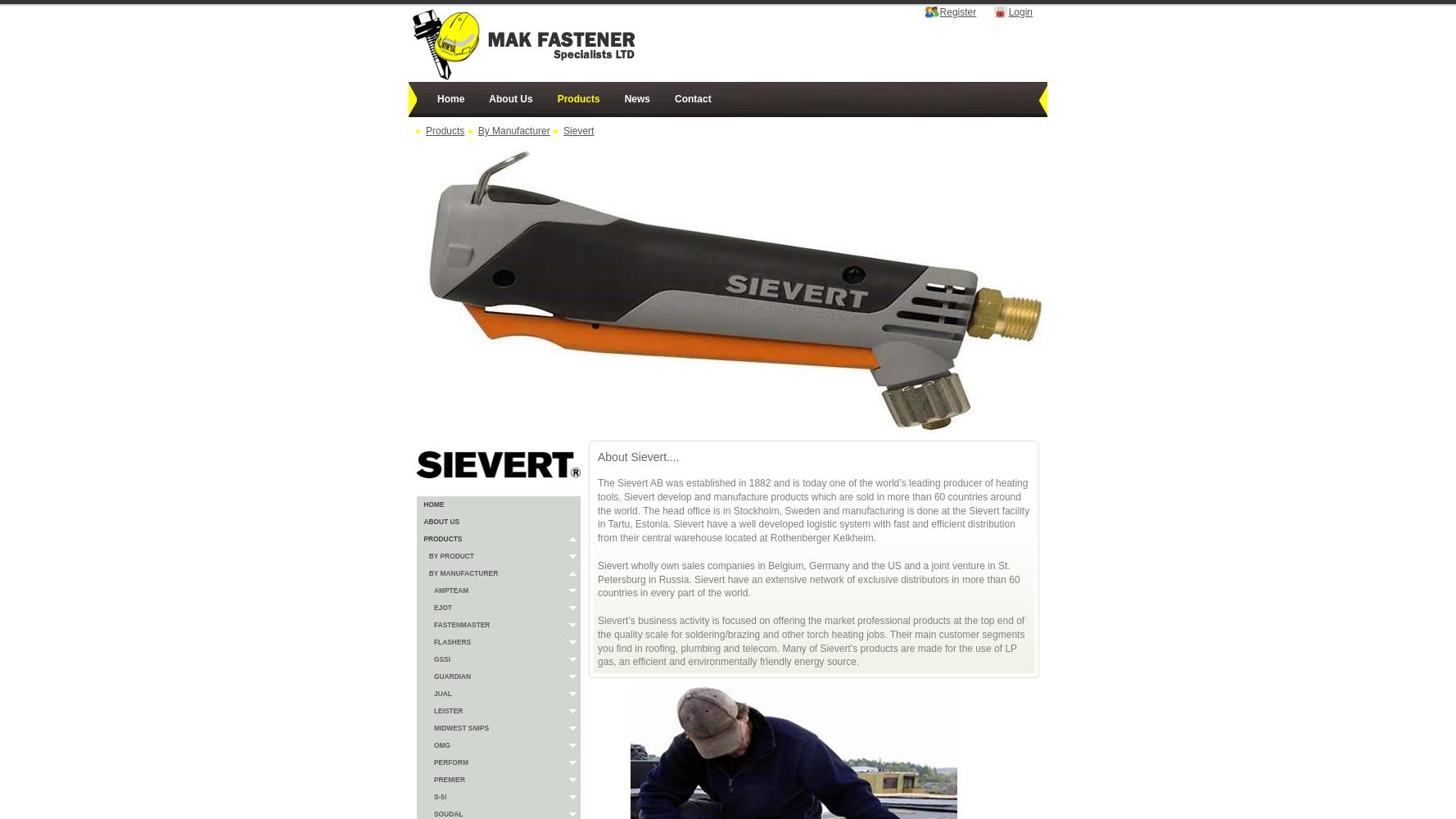 The width and height of the screenshot is (1456, 819). I want to click on 'GSSI', so click(441, 659).